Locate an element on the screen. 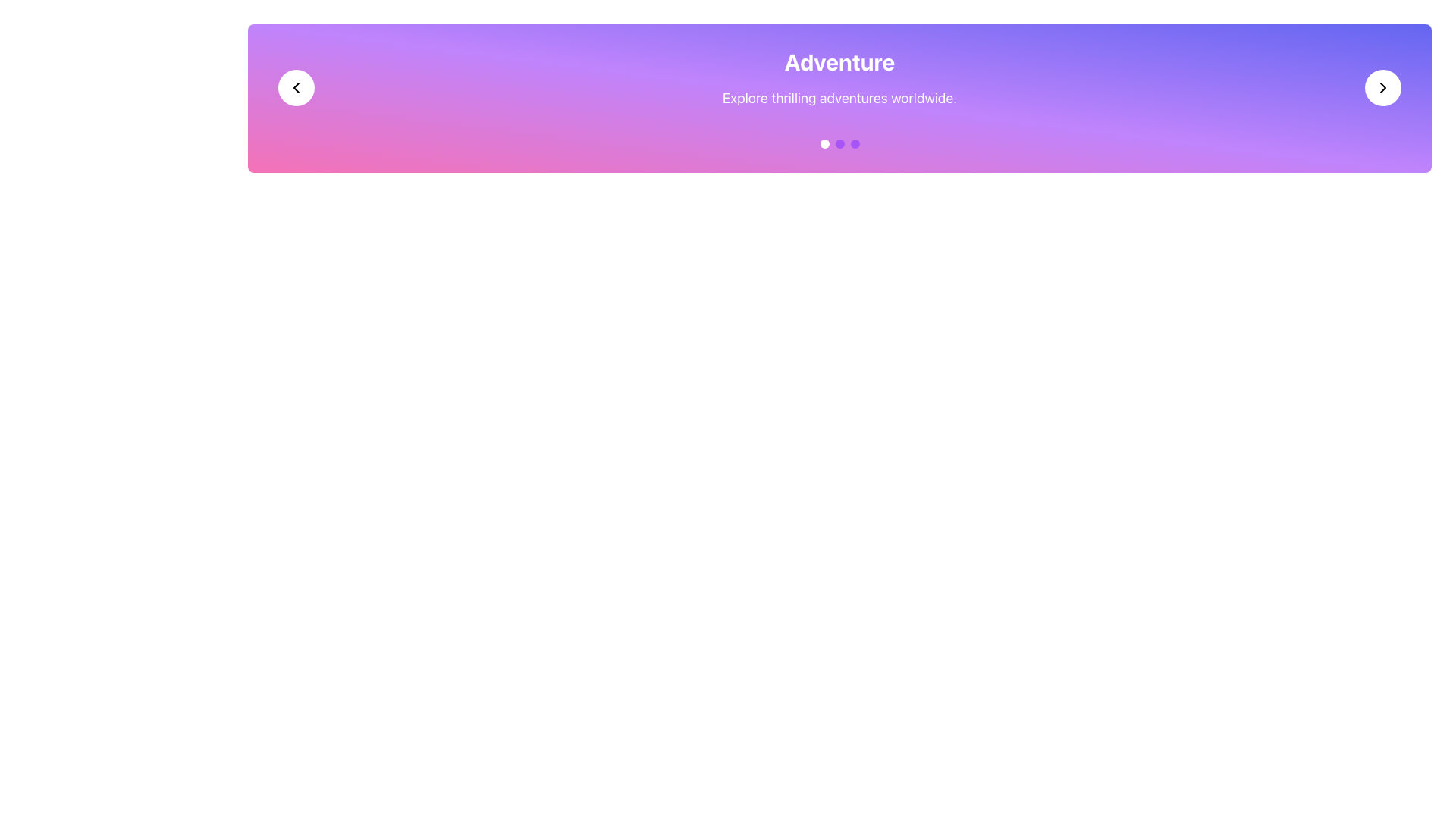 The height and width of the screenshot is (819, 1456). the white circular button with a right-pointing black arrow icon located at the far-right side of the navigation section is located at coordinates (1383, 87).